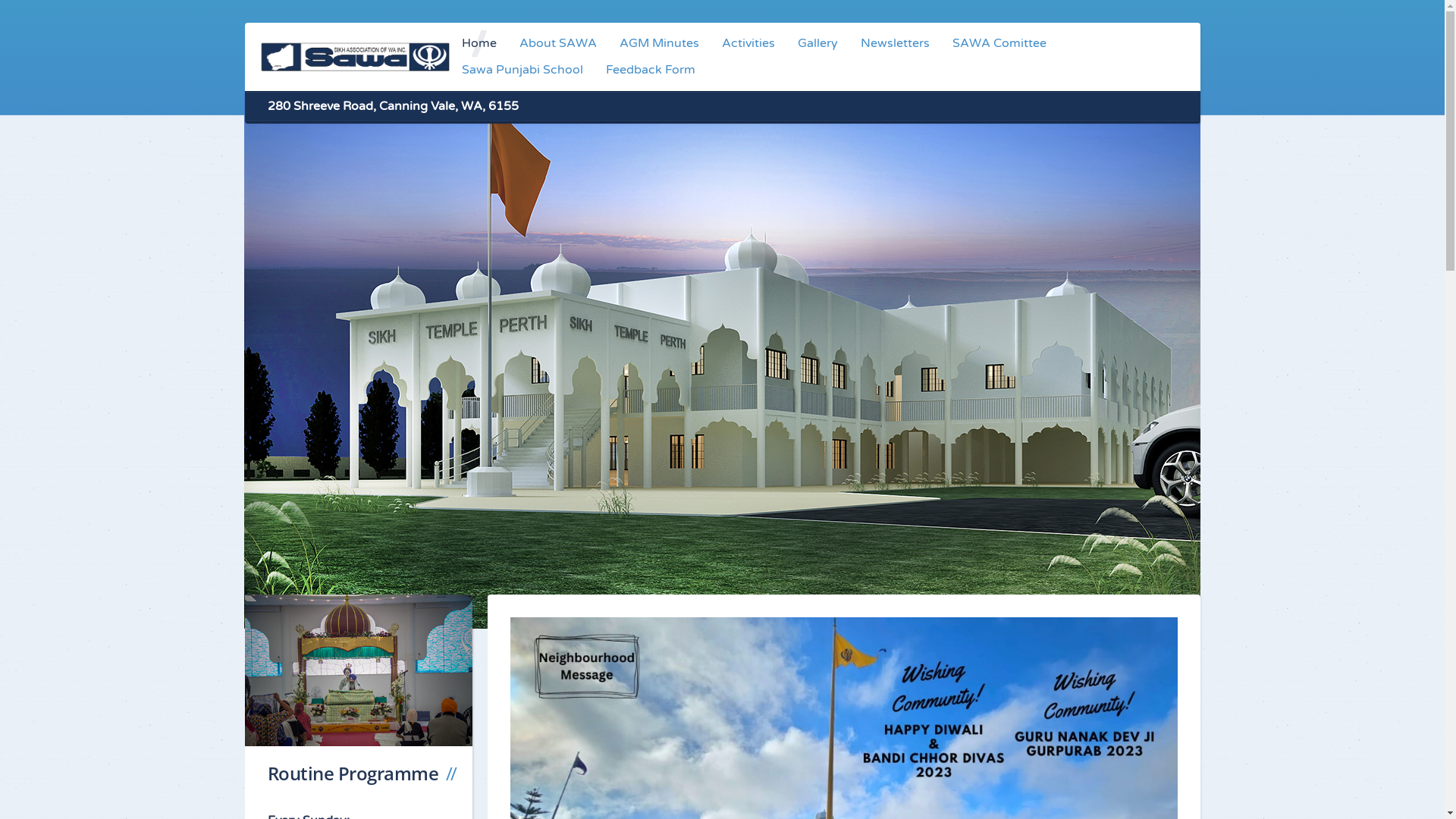  Describe the element at coordinates (651, 70) in the screenshot. I see `'Feedback Form'` at that location.